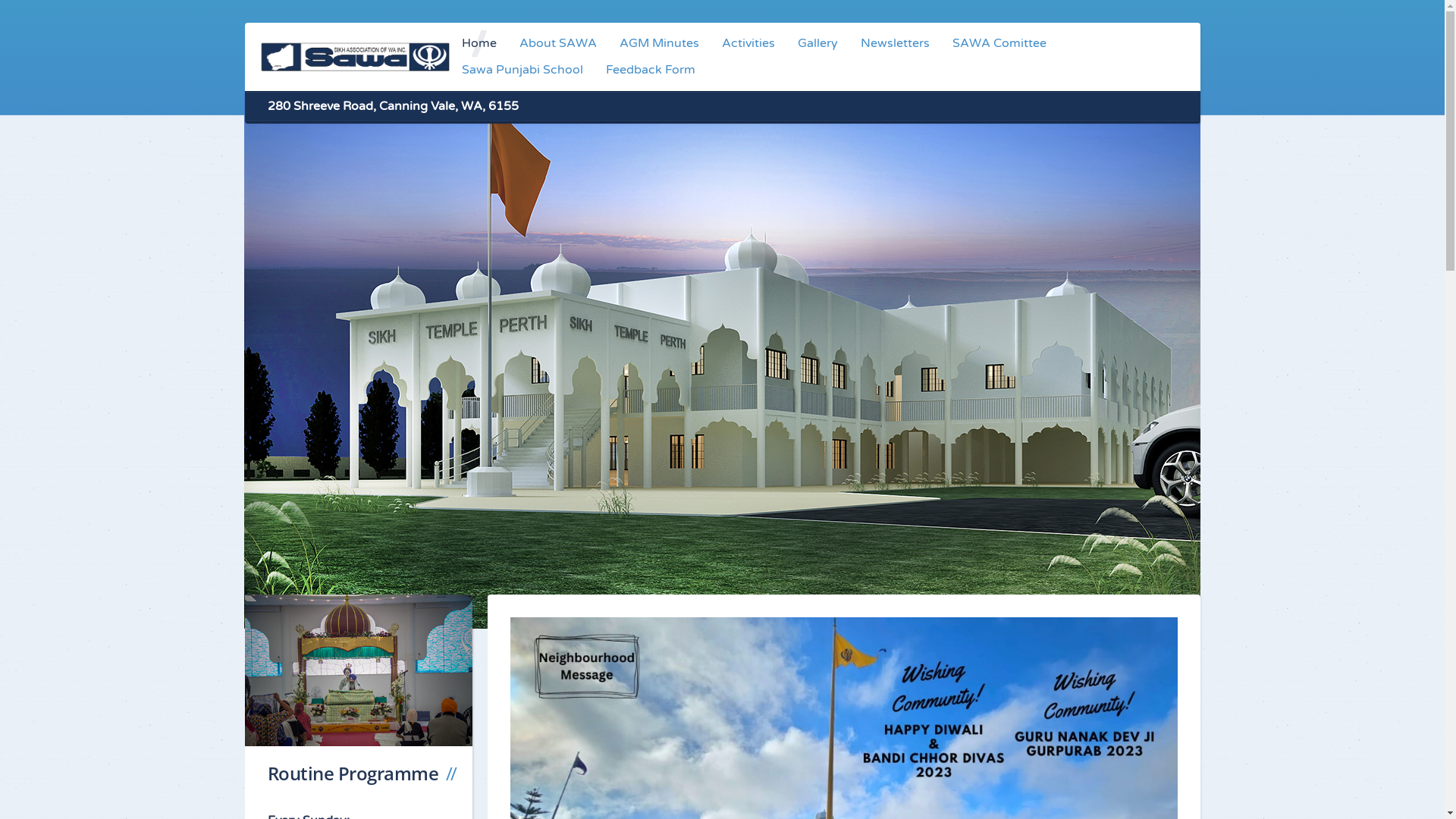  Describe the element at coordinates (651, 70) in the screenshot. I see `'Feedback Form'` at that location.